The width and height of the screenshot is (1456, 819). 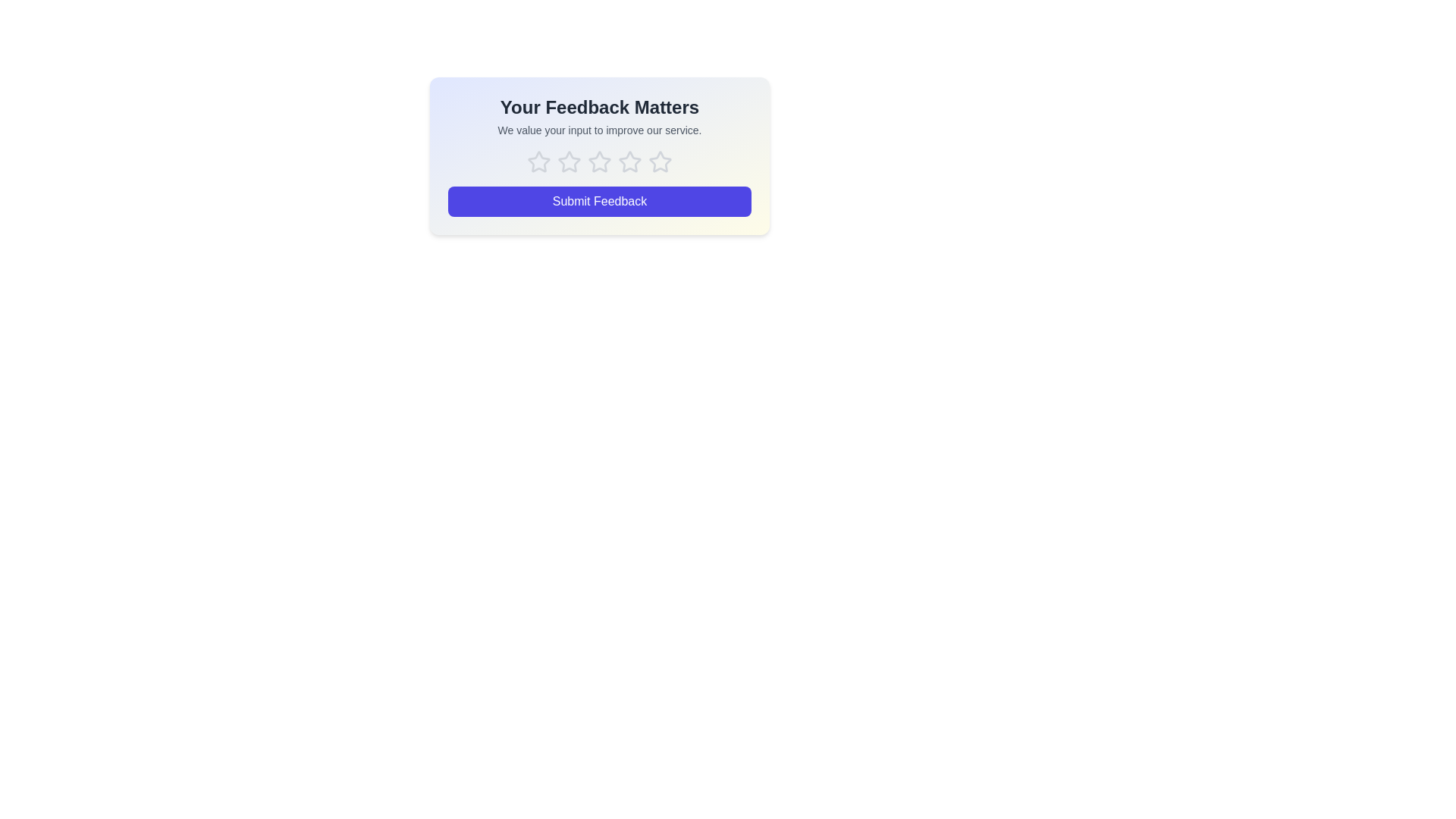 I want to click on the third star-shaped icon in the rating system, so click(x=599, y=162).